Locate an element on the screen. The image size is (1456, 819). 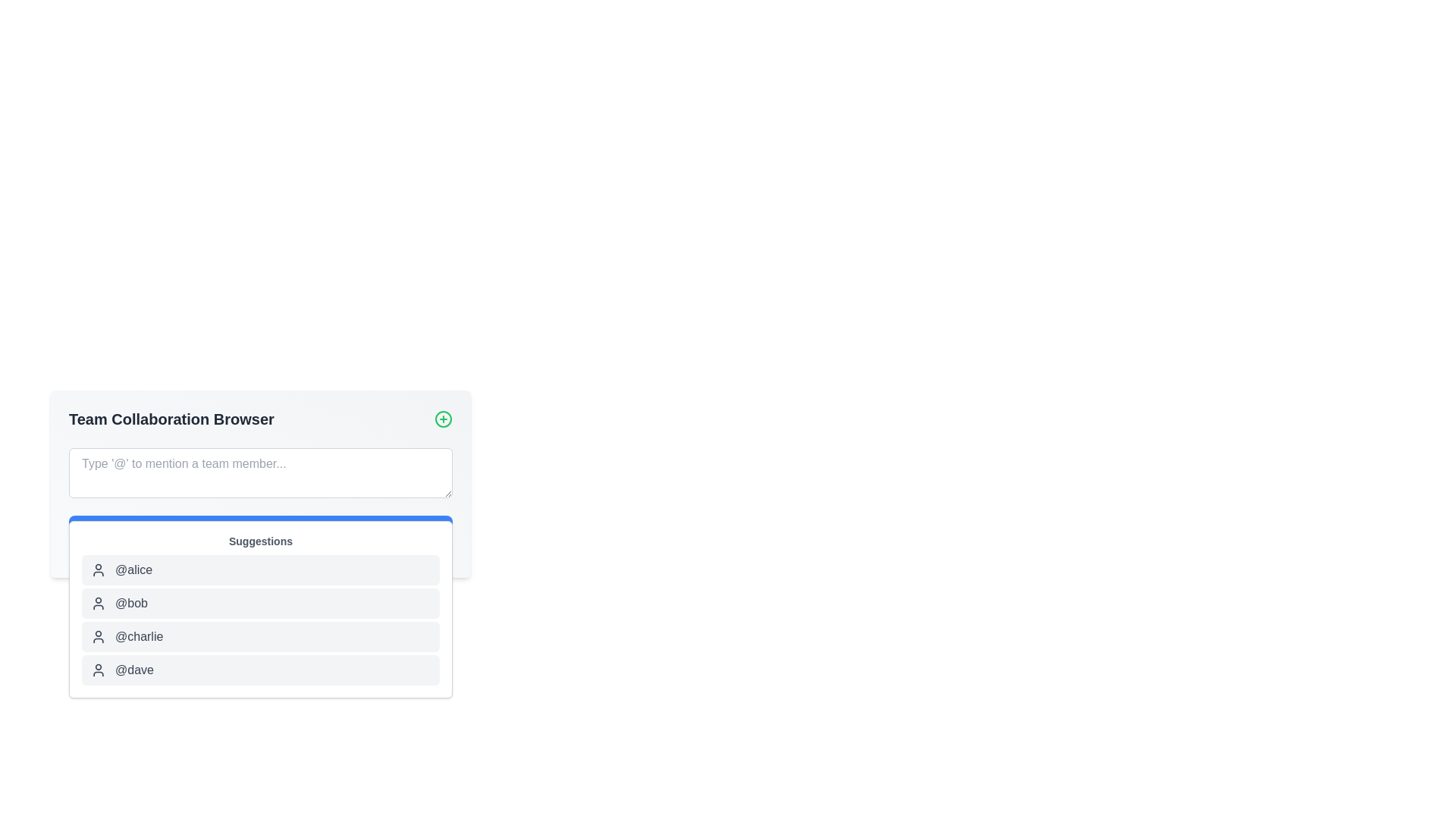
the 'Add' or 'Create' icon button located at the far right of the 'Team Collaboration Browser' header bar is located at coordinates (443, 419).